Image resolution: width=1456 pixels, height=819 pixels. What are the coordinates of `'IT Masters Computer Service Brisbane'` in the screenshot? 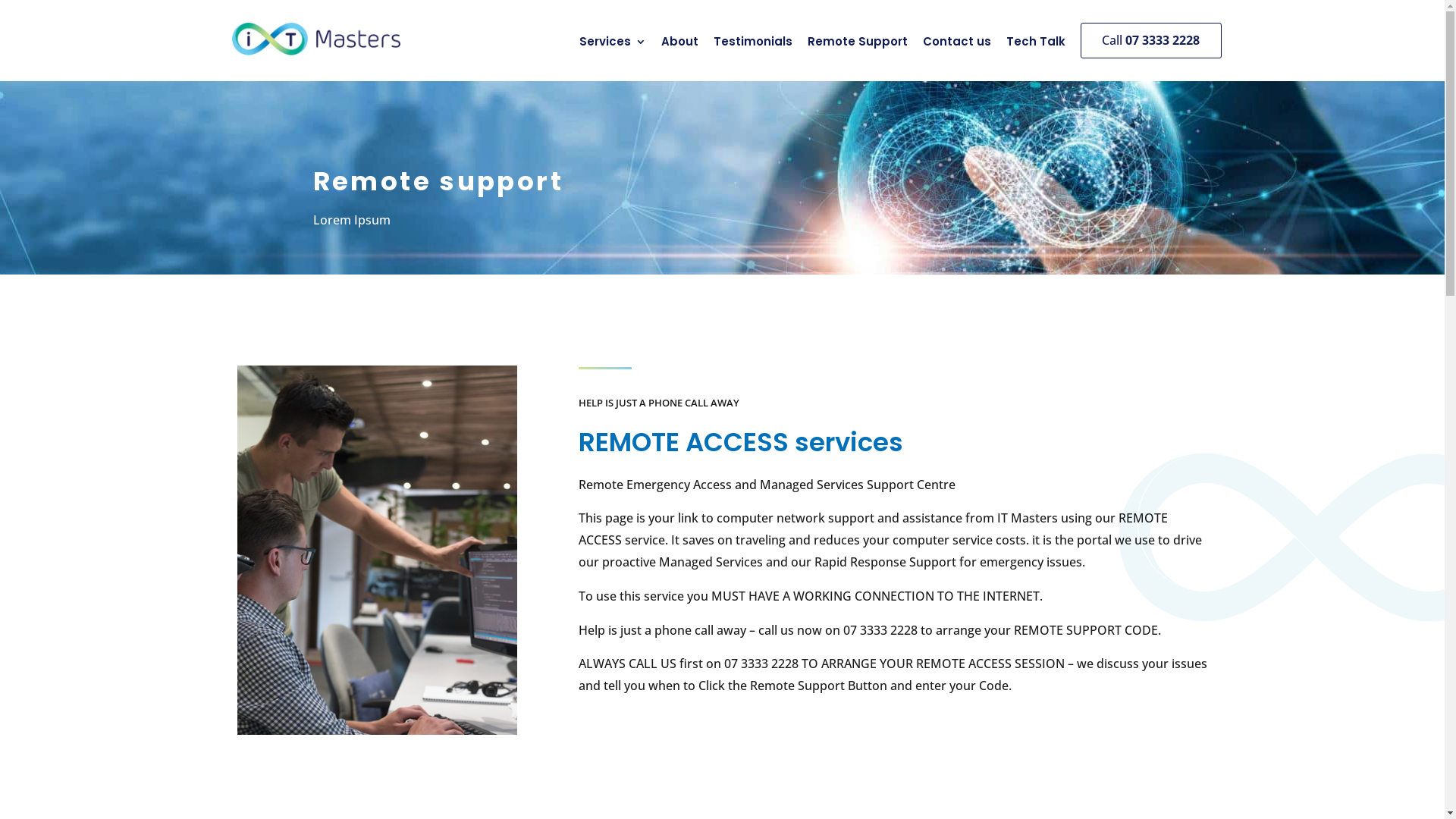 It's located at (315, 38).